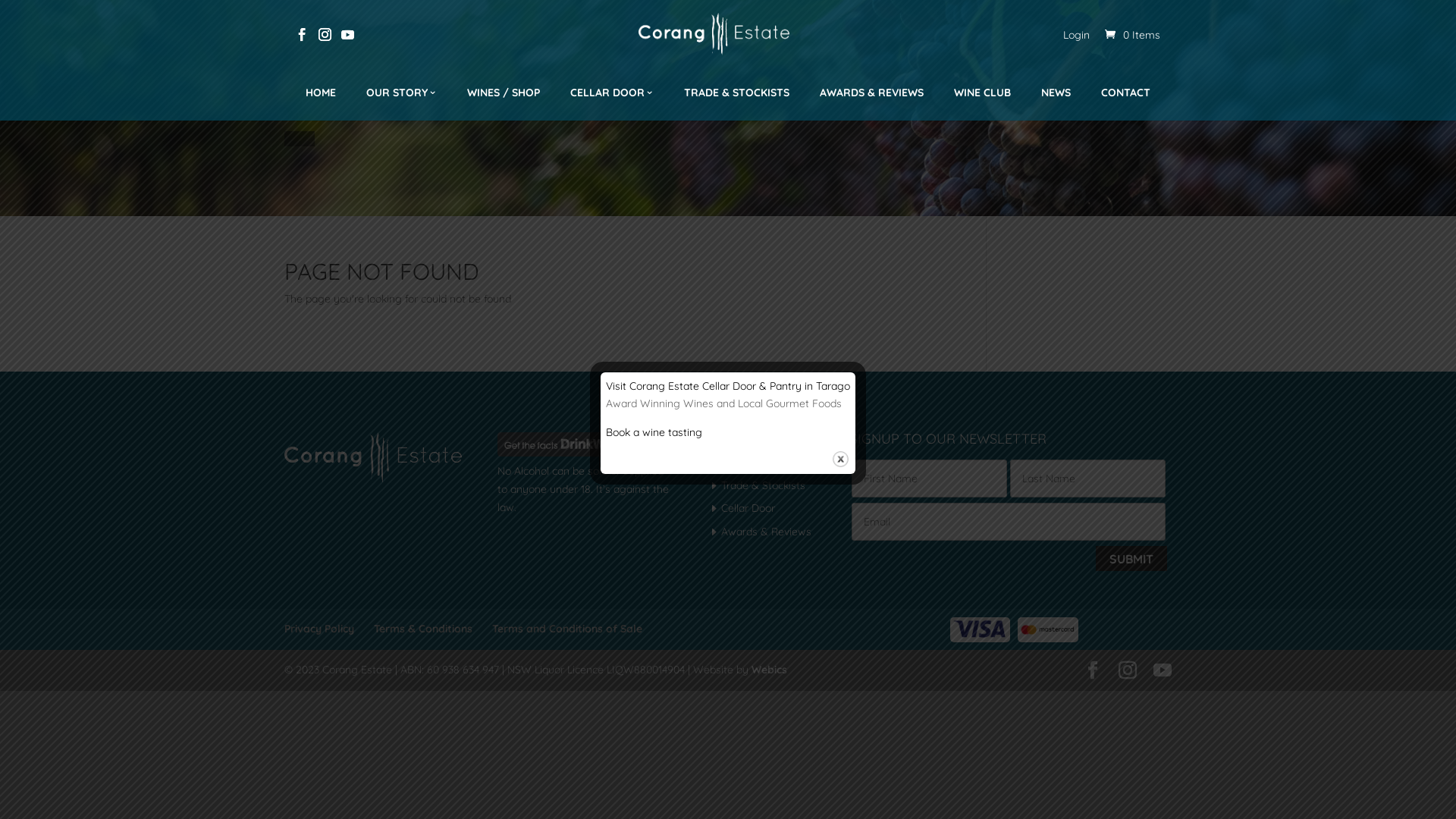  I want to click on 'Terms and Conditions of Sale', so click(566, 629).